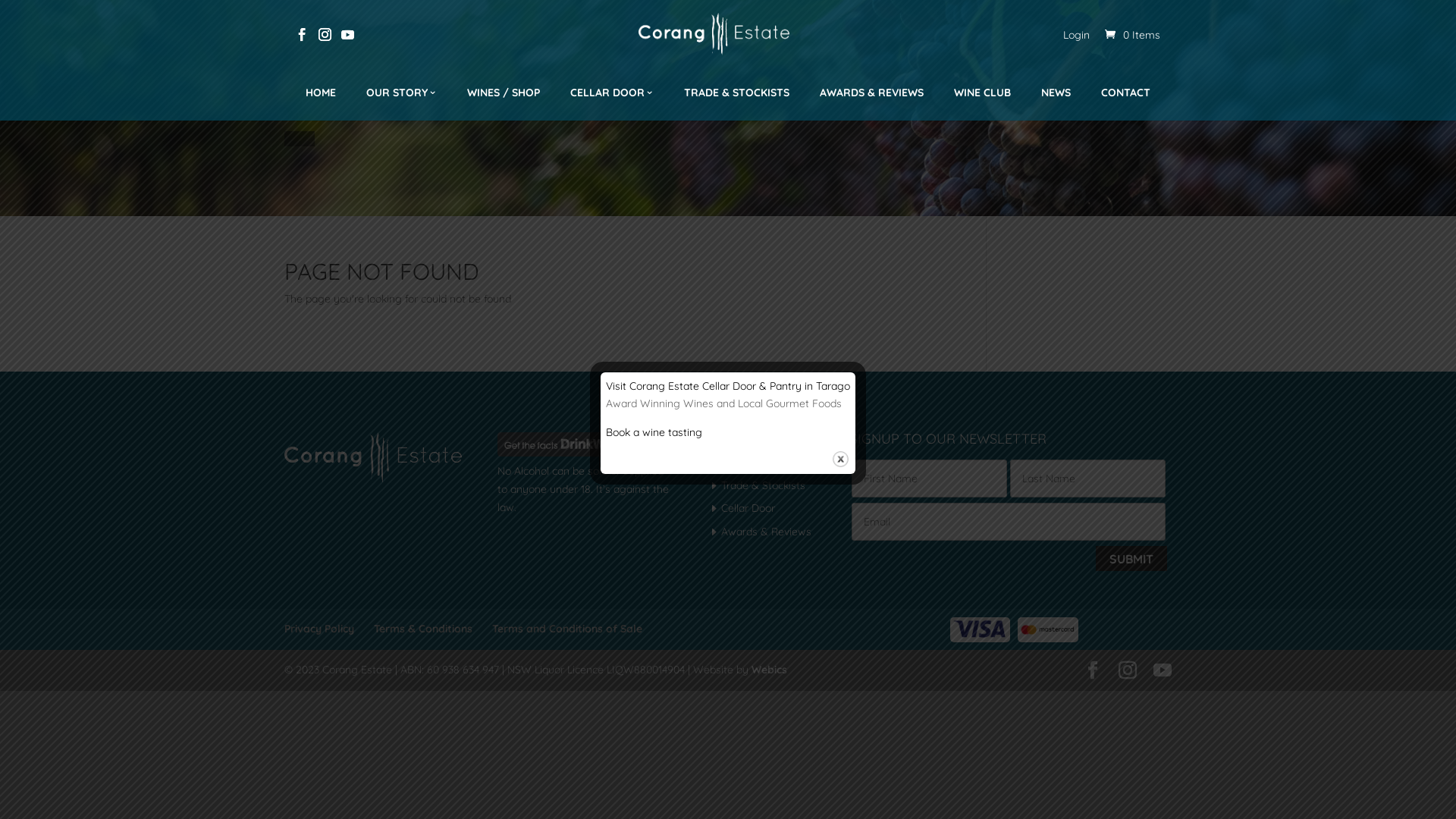  I want to click on 'Terms and Conditions of Sale', so click(566, 629).